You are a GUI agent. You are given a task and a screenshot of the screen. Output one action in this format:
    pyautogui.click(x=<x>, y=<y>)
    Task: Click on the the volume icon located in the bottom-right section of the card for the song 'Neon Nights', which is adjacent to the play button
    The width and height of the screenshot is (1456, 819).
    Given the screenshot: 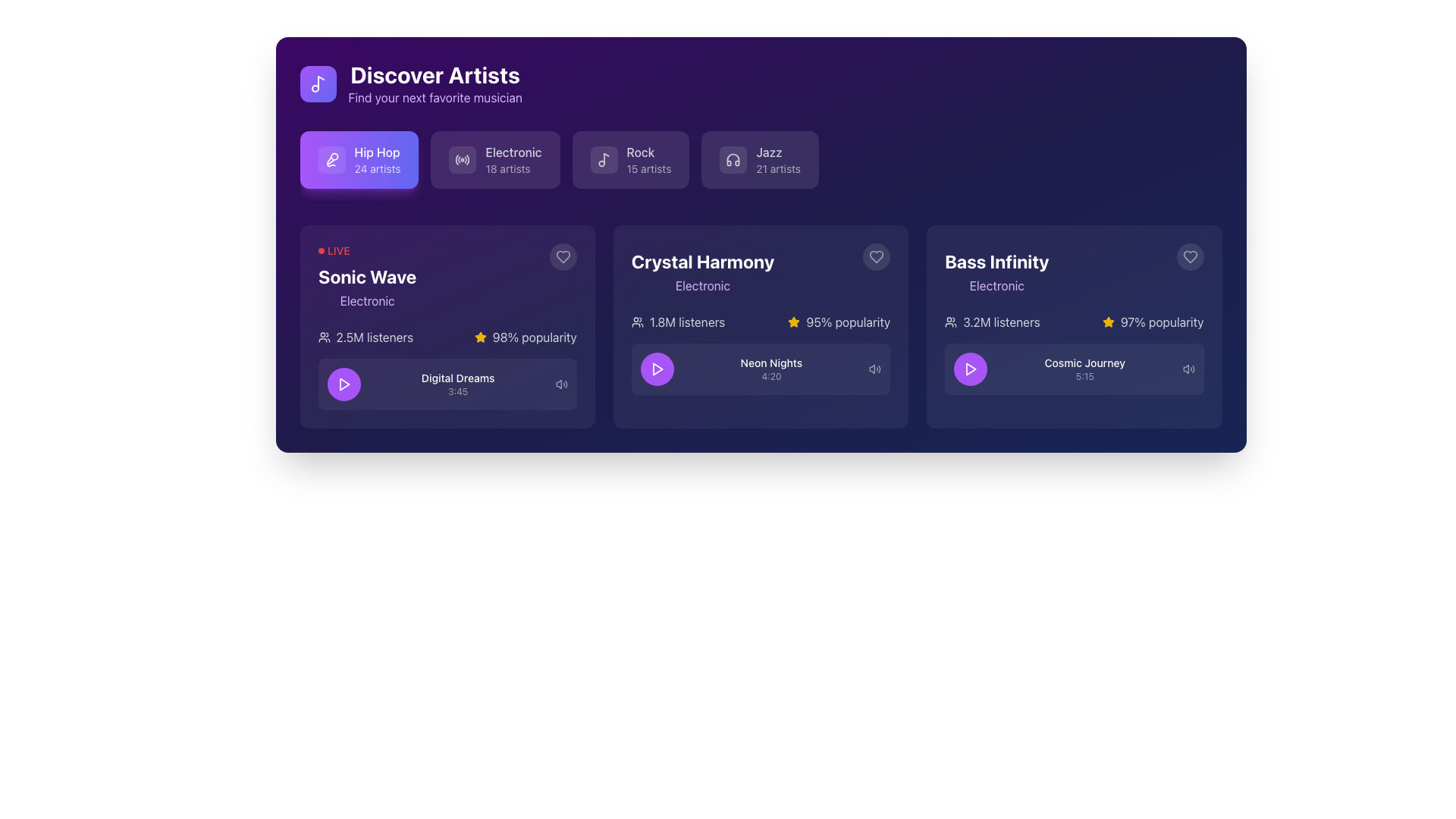 What is the action you would take?
    pyautogui.click(x=875, y=369)
    